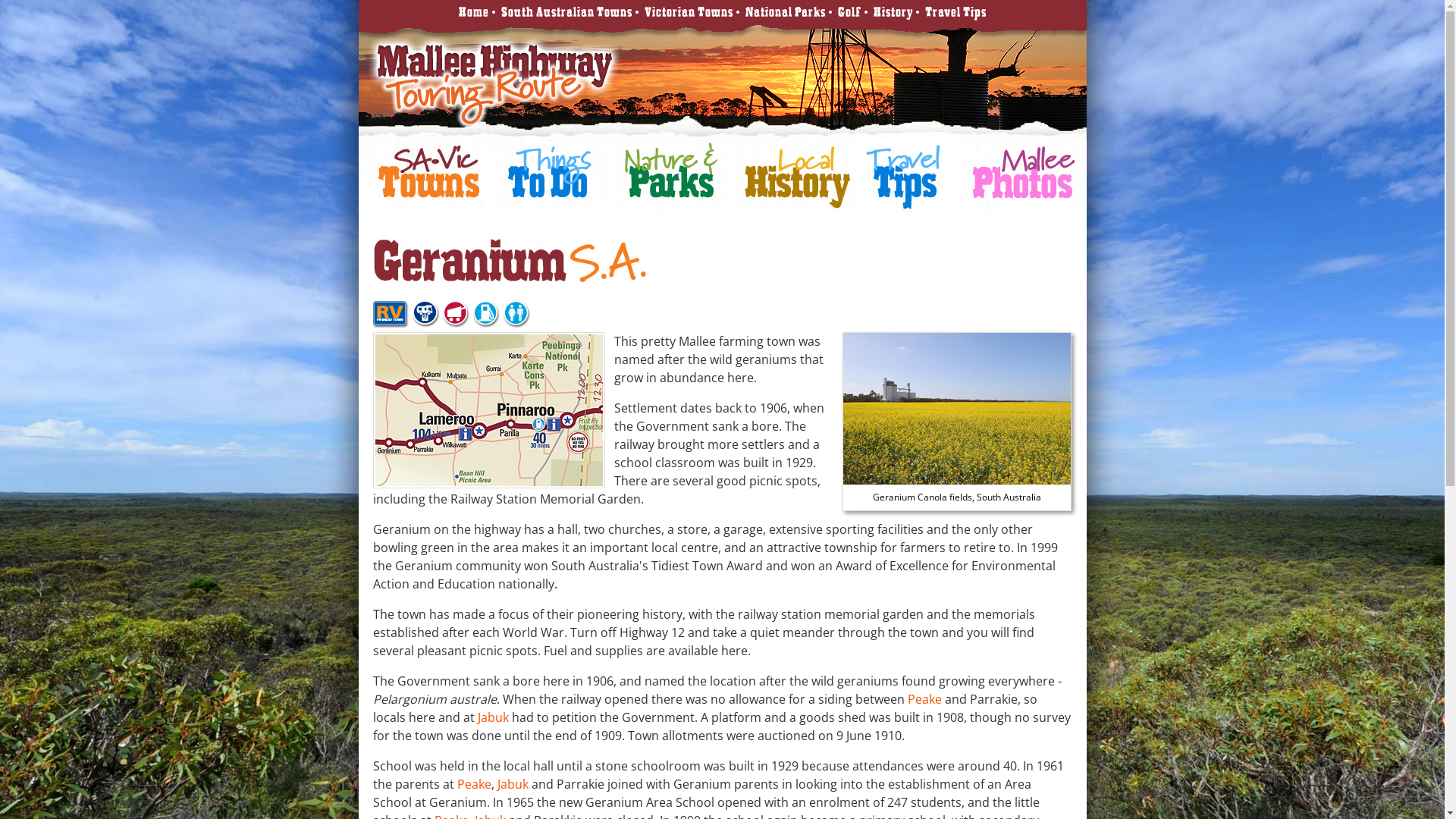  What do you see at coordinates (785, 11) in the screenshot?
I see `'National Parks'` at bounding box center [785, 11].